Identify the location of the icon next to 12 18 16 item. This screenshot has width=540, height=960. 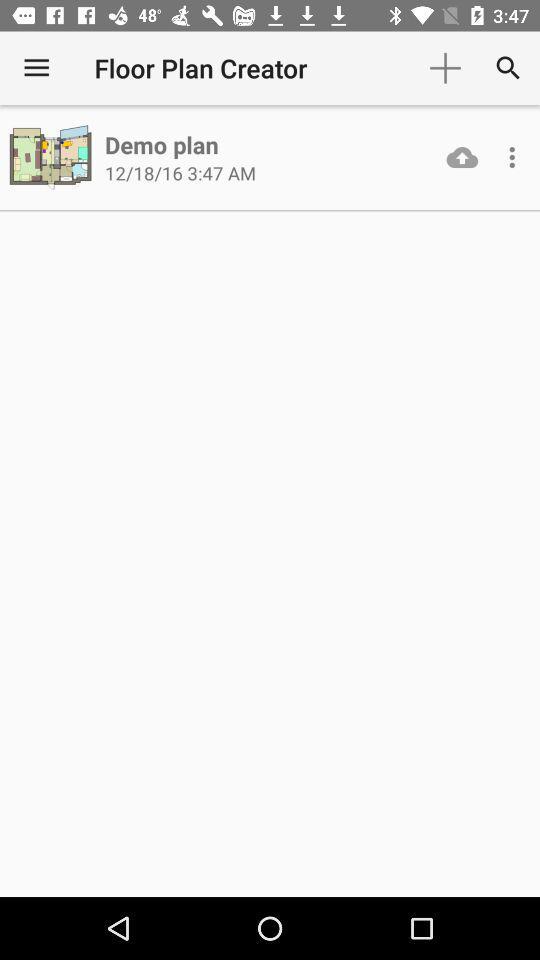
(462, 156).